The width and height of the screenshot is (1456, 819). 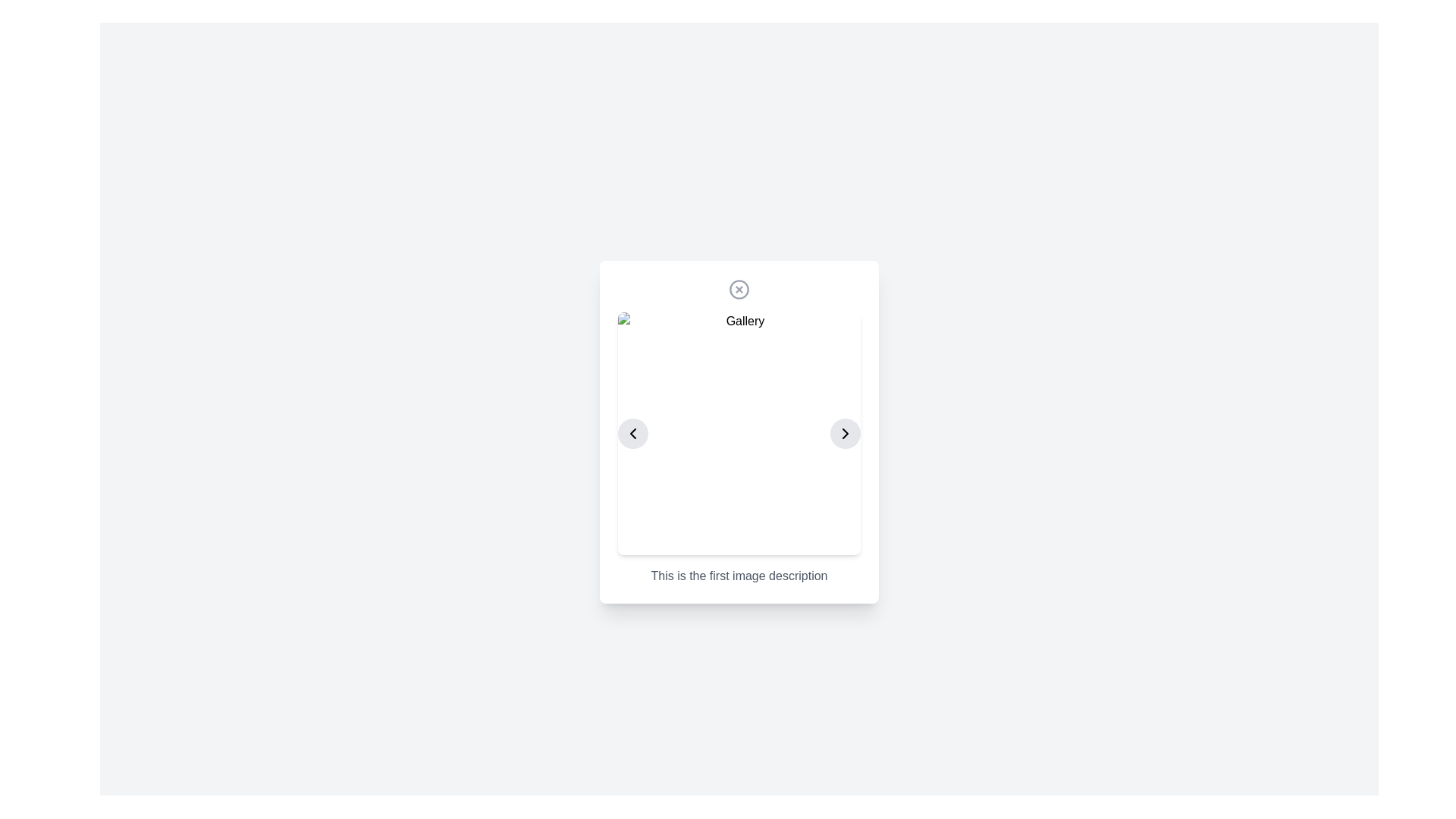 What do you see at coordinates (739, 289) in the screenshot?
I see `the circular component located at the center of the icon representing a cross inside a circle, which is styled with a thin stroke` at bounding box center [739, 289].